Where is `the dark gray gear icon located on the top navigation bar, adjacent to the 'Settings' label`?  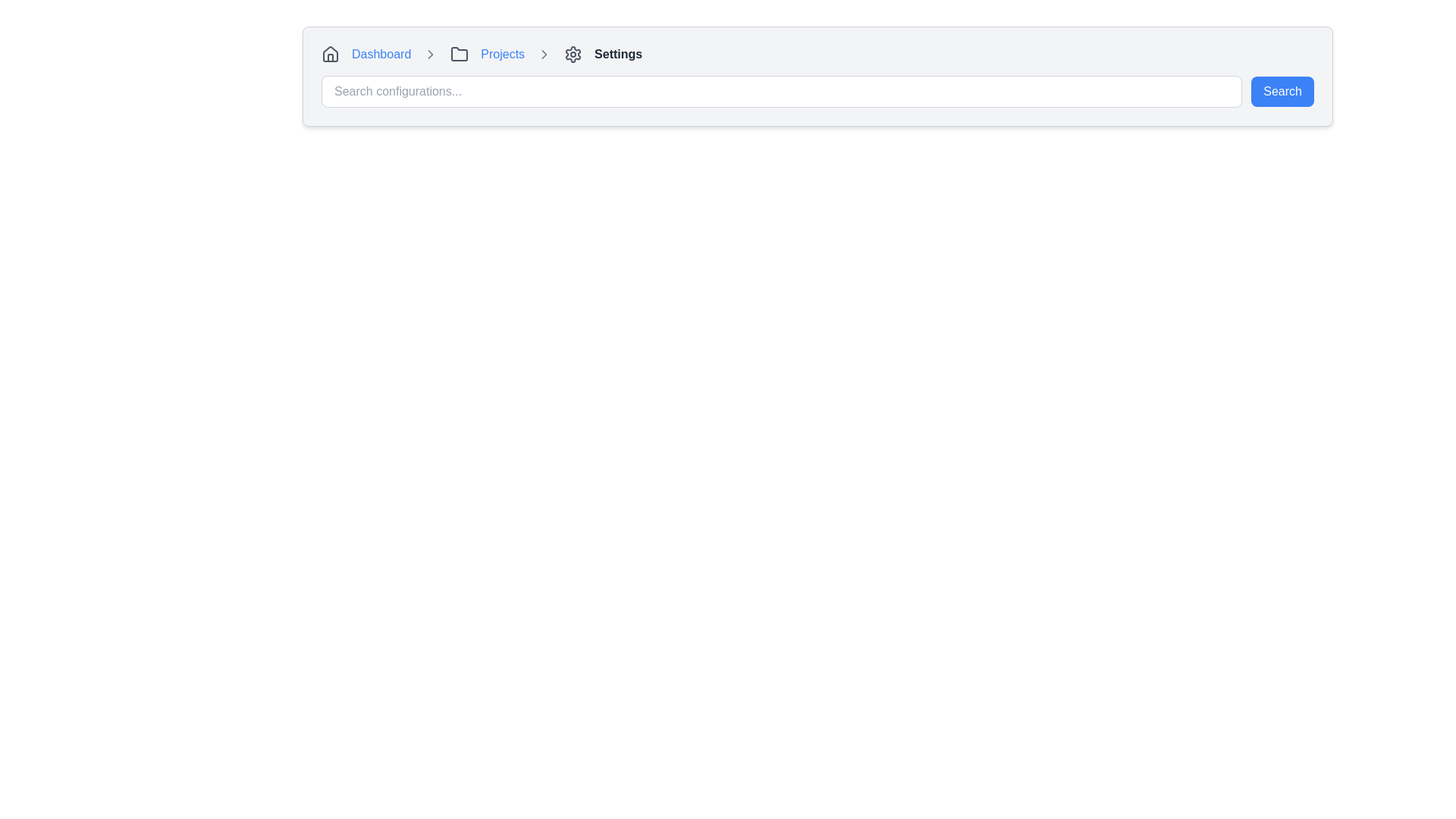
the dark gray gear icon located on the top navigation bar, adjacent to the 'Settings' label is located at coordinates (573, 54).